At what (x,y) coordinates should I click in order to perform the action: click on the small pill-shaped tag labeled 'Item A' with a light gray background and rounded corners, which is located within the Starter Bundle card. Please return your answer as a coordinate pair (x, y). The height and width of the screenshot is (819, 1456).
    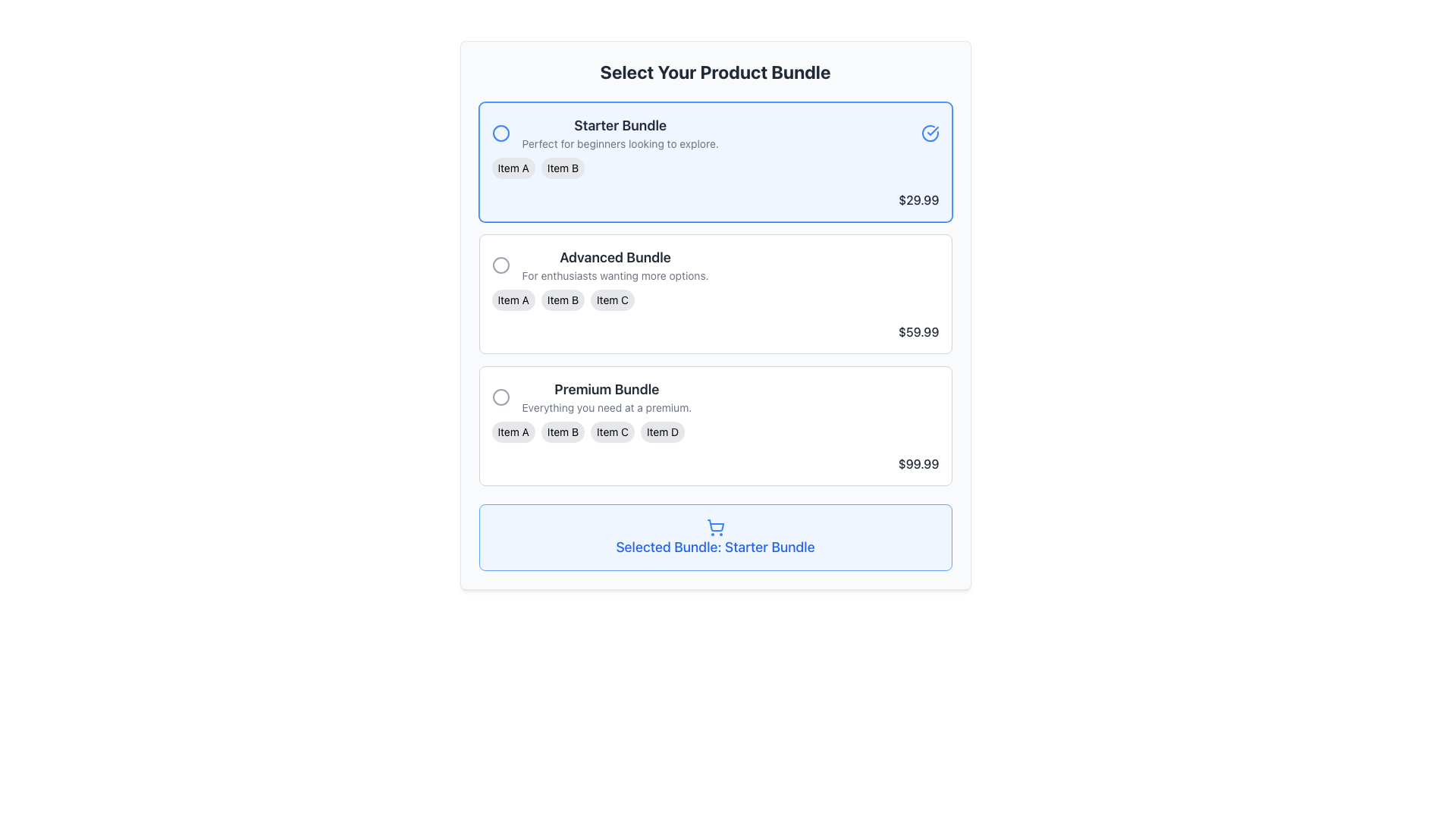
    Looking at the image, I should click on (513, 168).